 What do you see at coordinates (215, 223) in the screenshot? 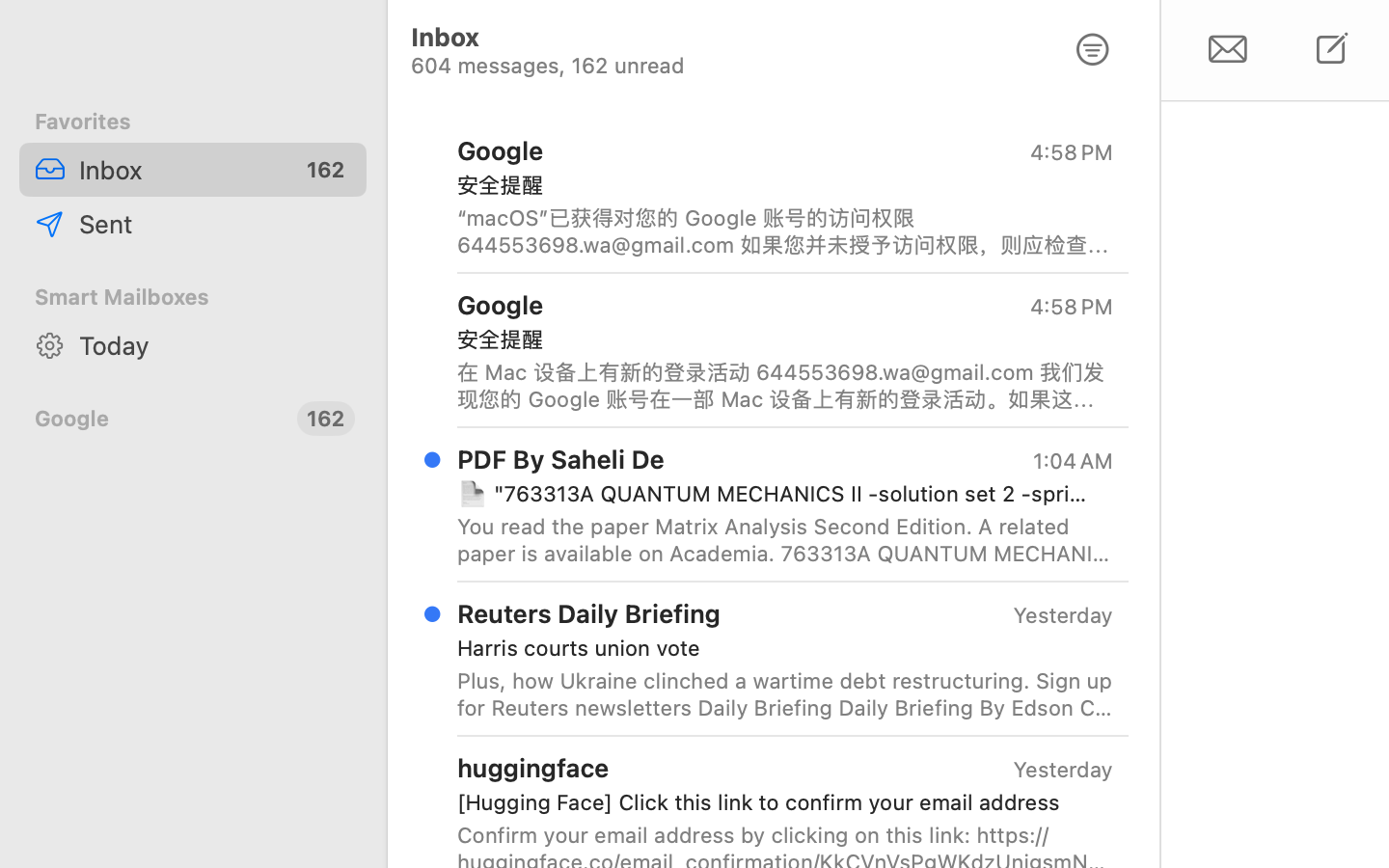
I see `'Sent'` at bounding box center [215, 223].